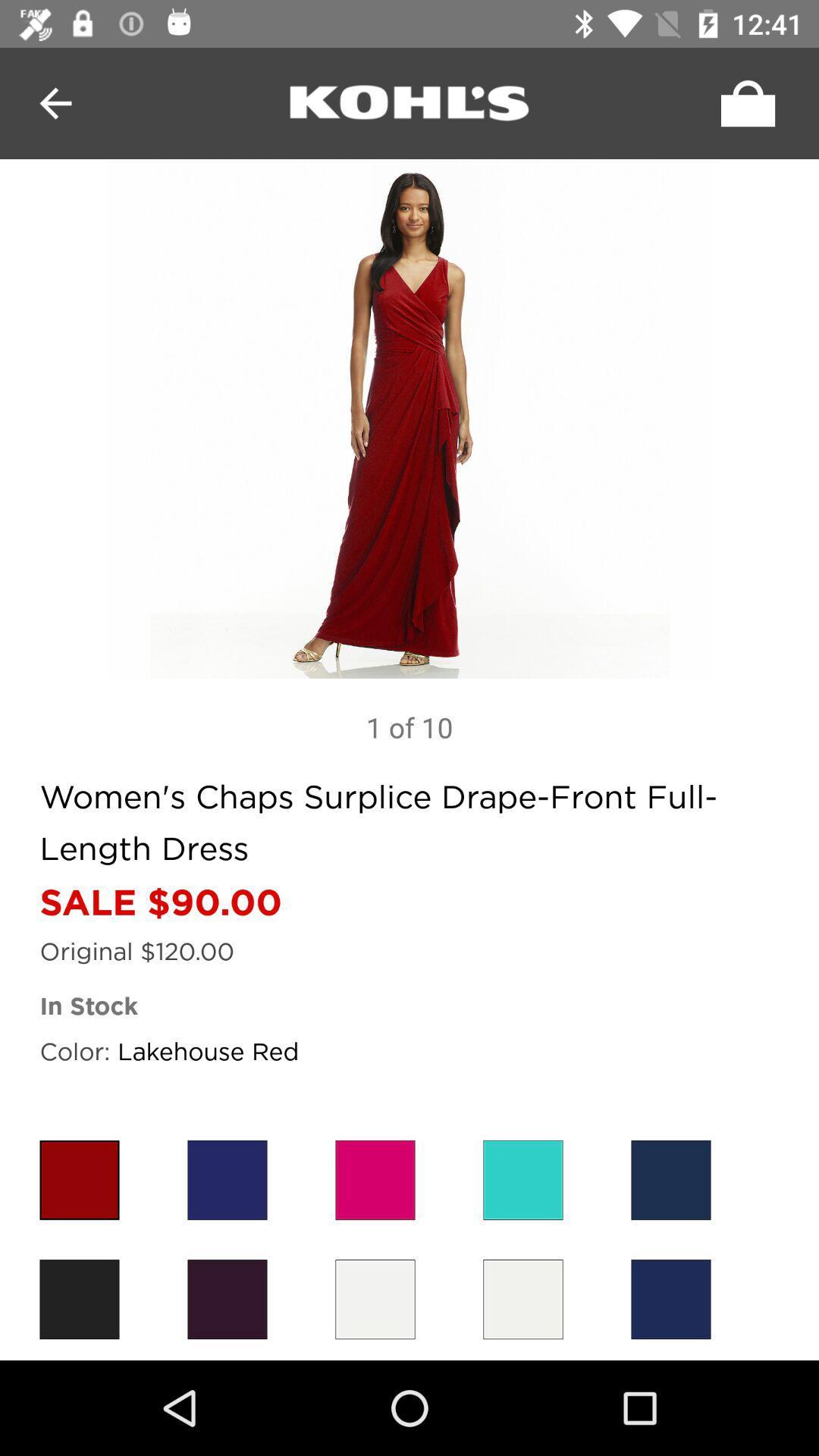 The height and width of the screenshot is (1456, 819). I want to click on in pink, so click(375, 1179).